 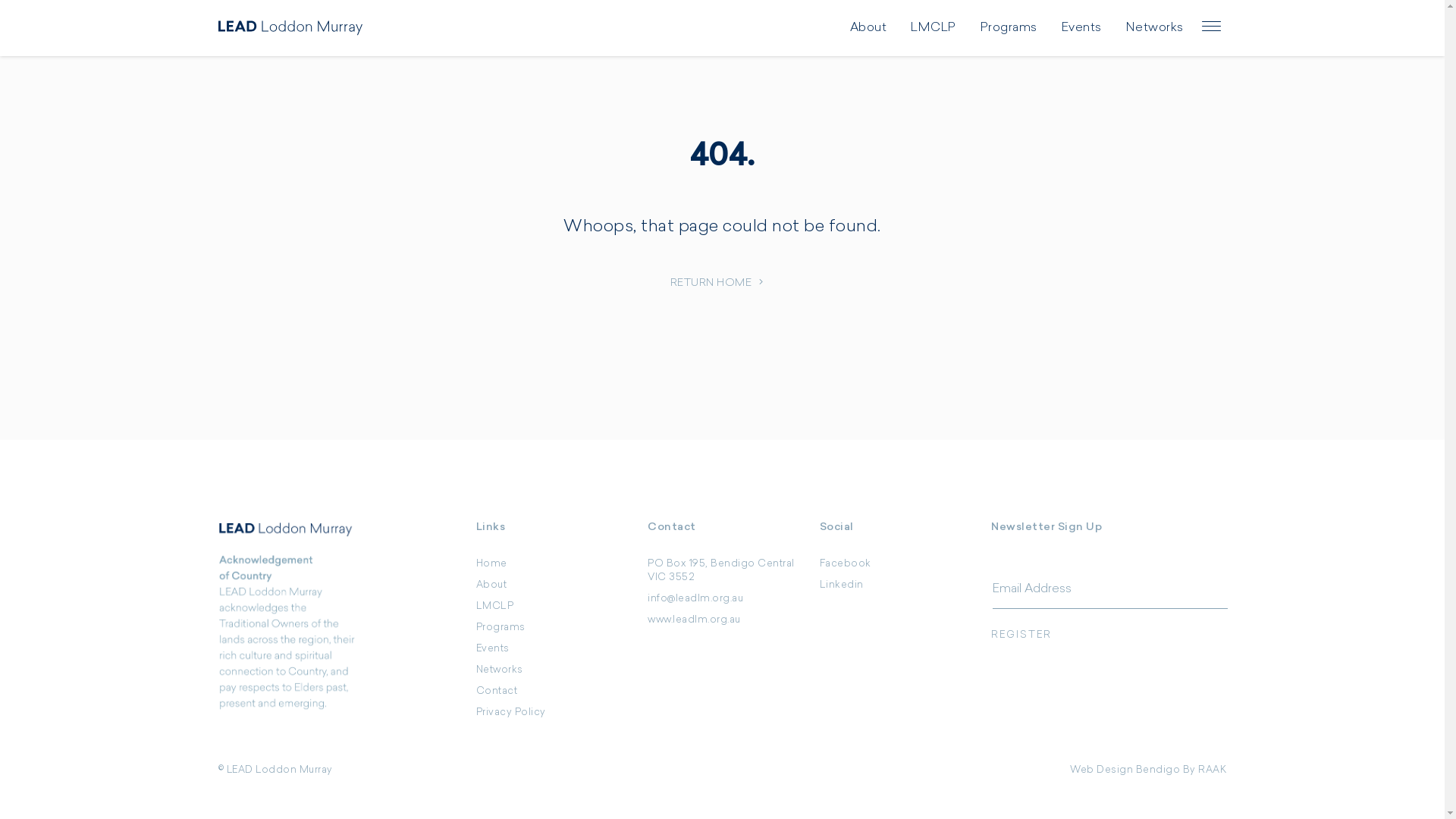 I want to click on 'Register', so click(x=1109, y=635).